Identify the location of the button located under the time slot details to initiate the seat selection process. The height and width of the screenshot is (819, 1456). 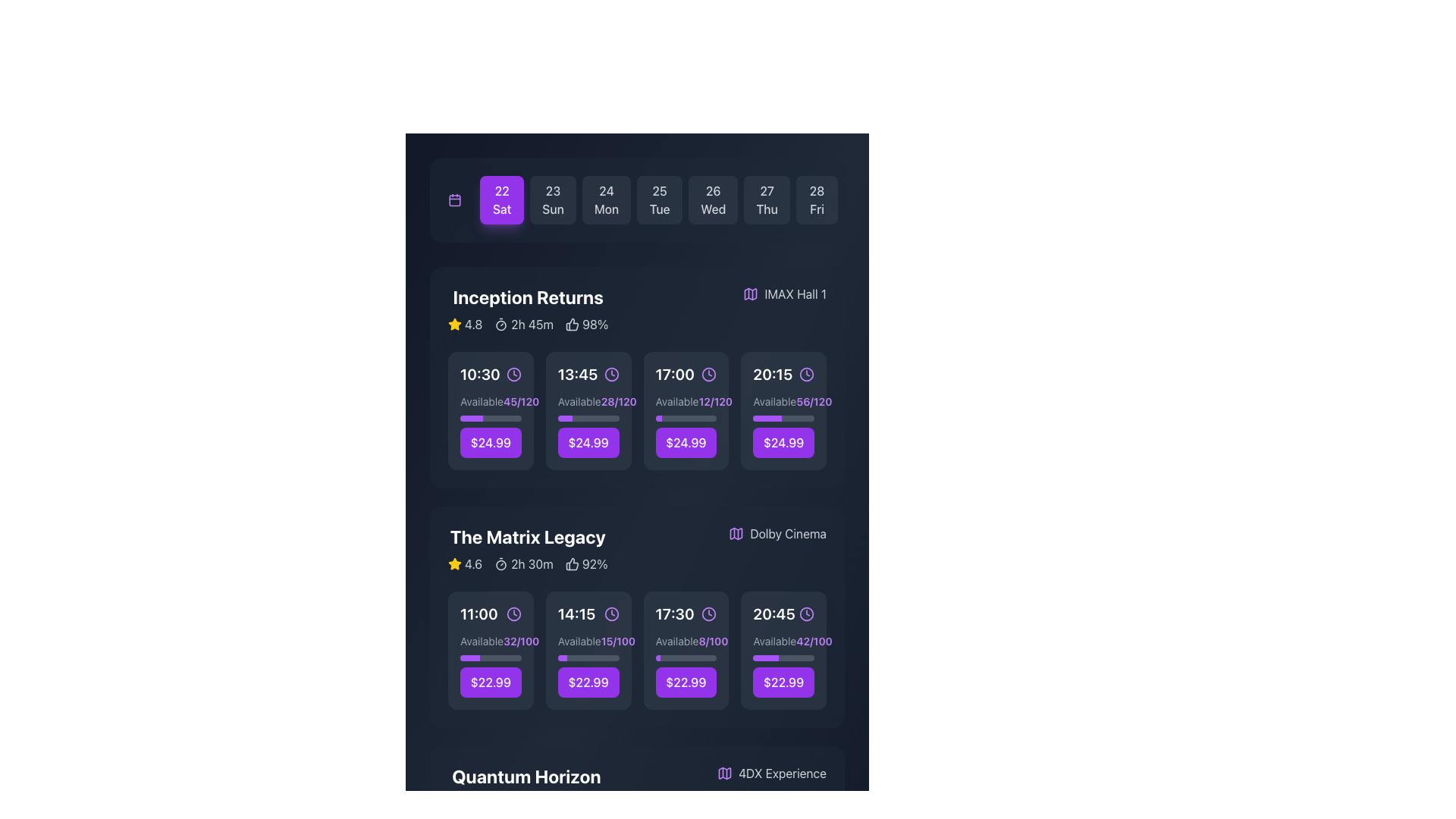
(588, 649).